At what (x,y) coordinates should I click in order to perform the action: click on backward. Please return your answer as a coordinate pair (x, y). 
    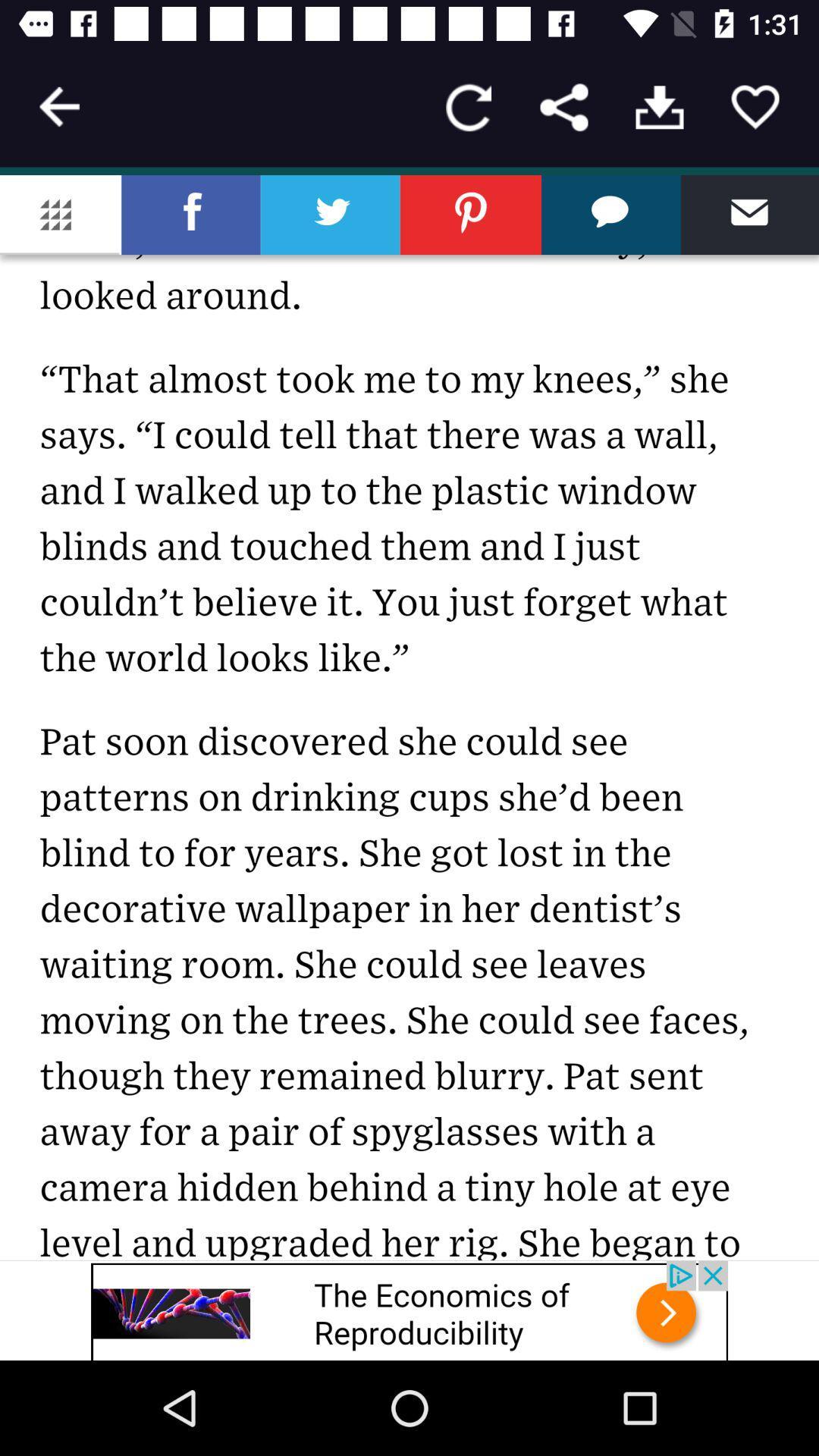
    Looking at the image, I should click on (58, 106).